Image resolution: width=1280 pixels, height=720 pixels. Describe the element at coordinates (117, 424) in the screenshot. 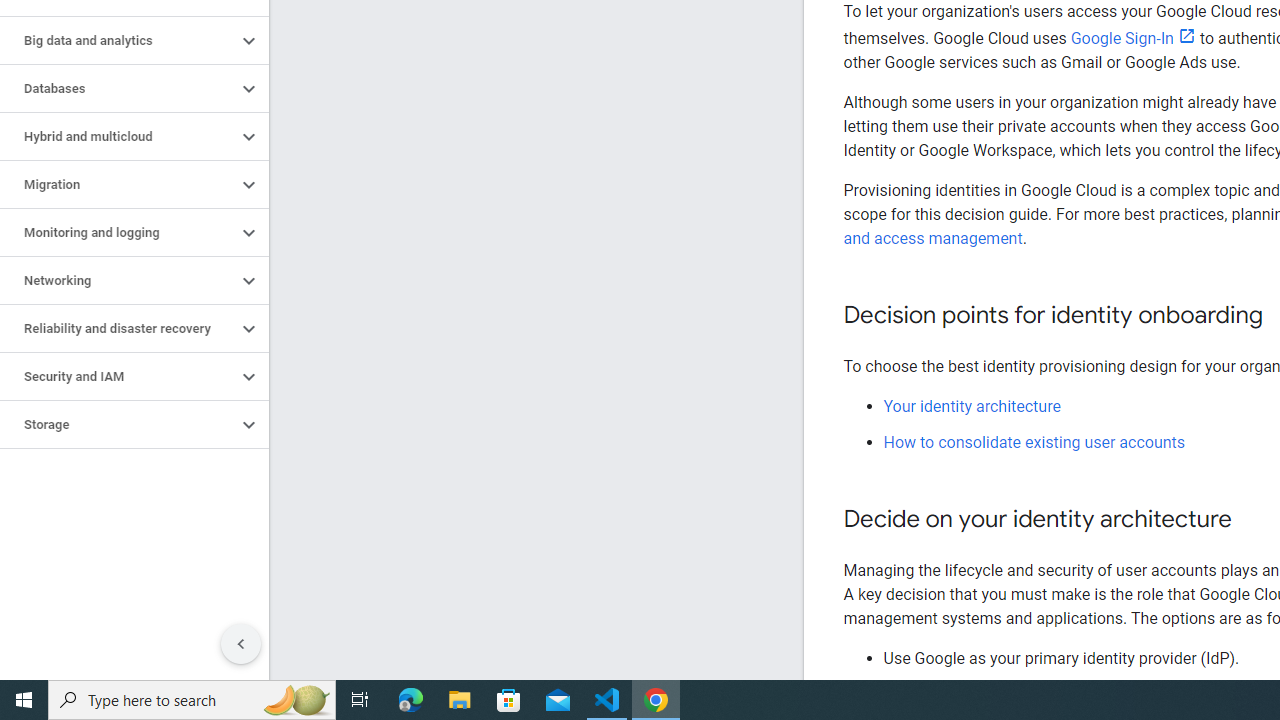

I see `'Storage'` at that location.